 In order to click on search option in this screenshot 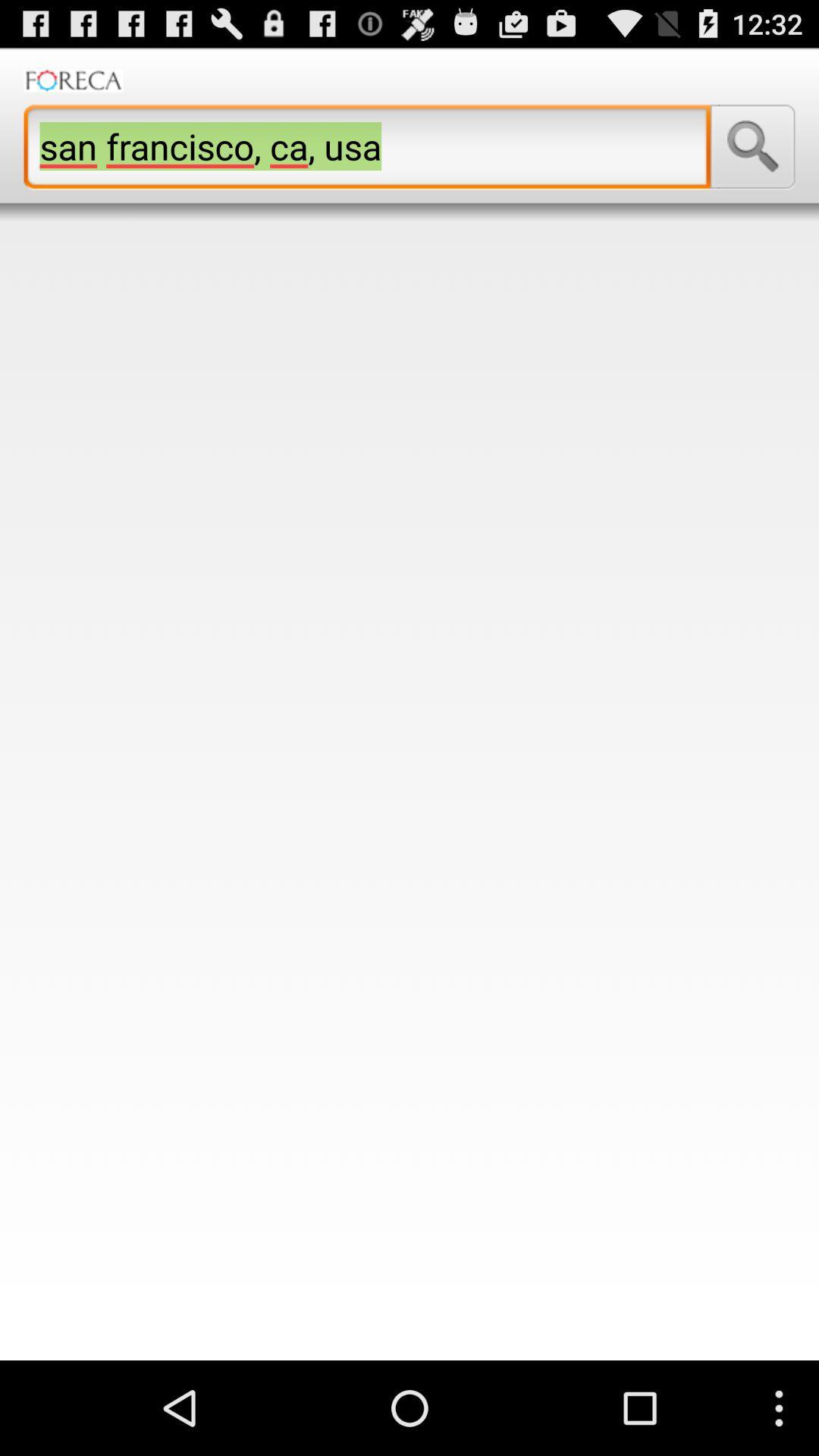, I will do `click(752, 146)`.